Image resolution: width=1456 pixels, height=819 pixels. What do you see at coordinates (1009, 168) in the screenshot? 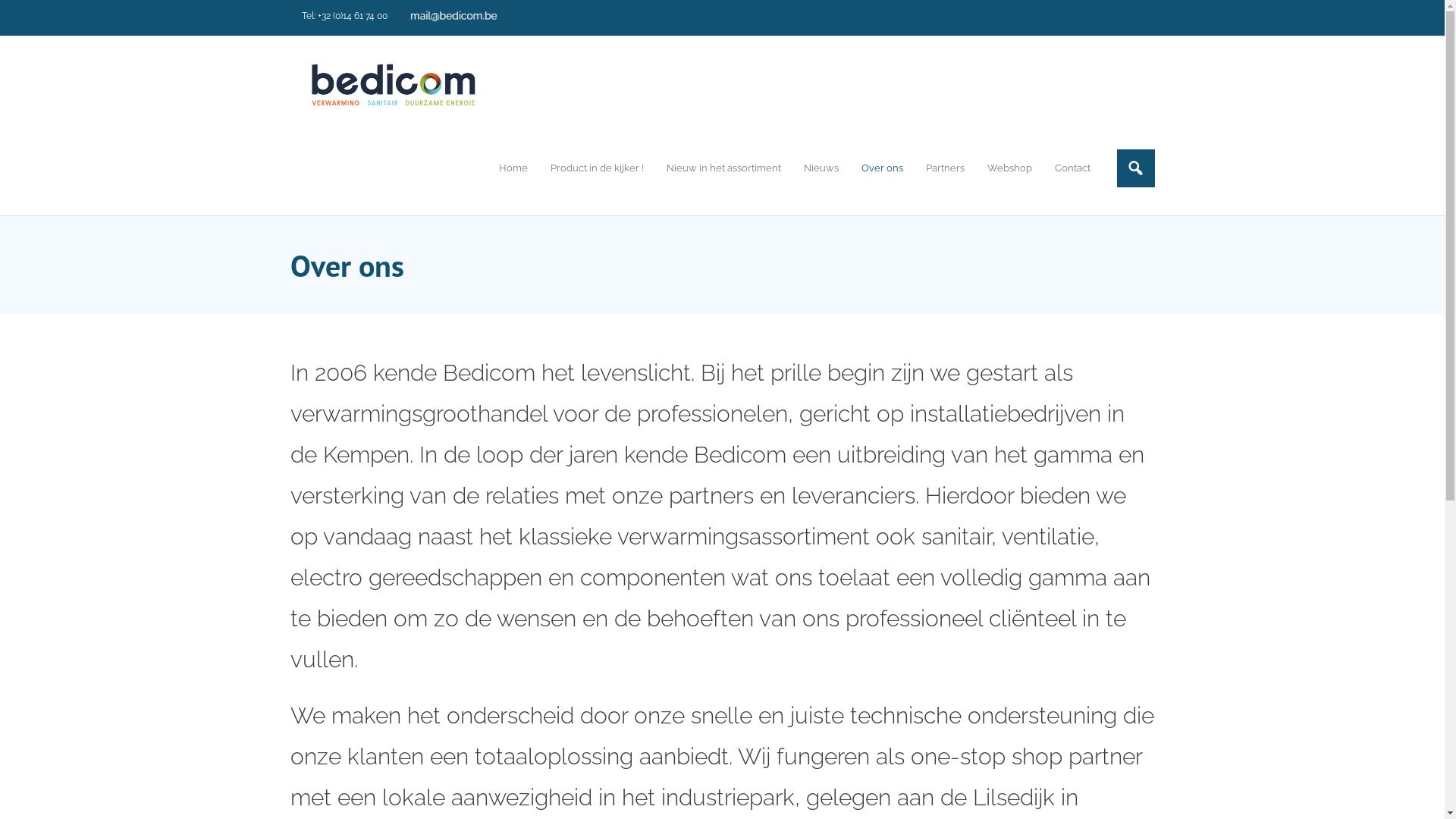
I see `'Webshop'` at bounding box center [1009, 168].